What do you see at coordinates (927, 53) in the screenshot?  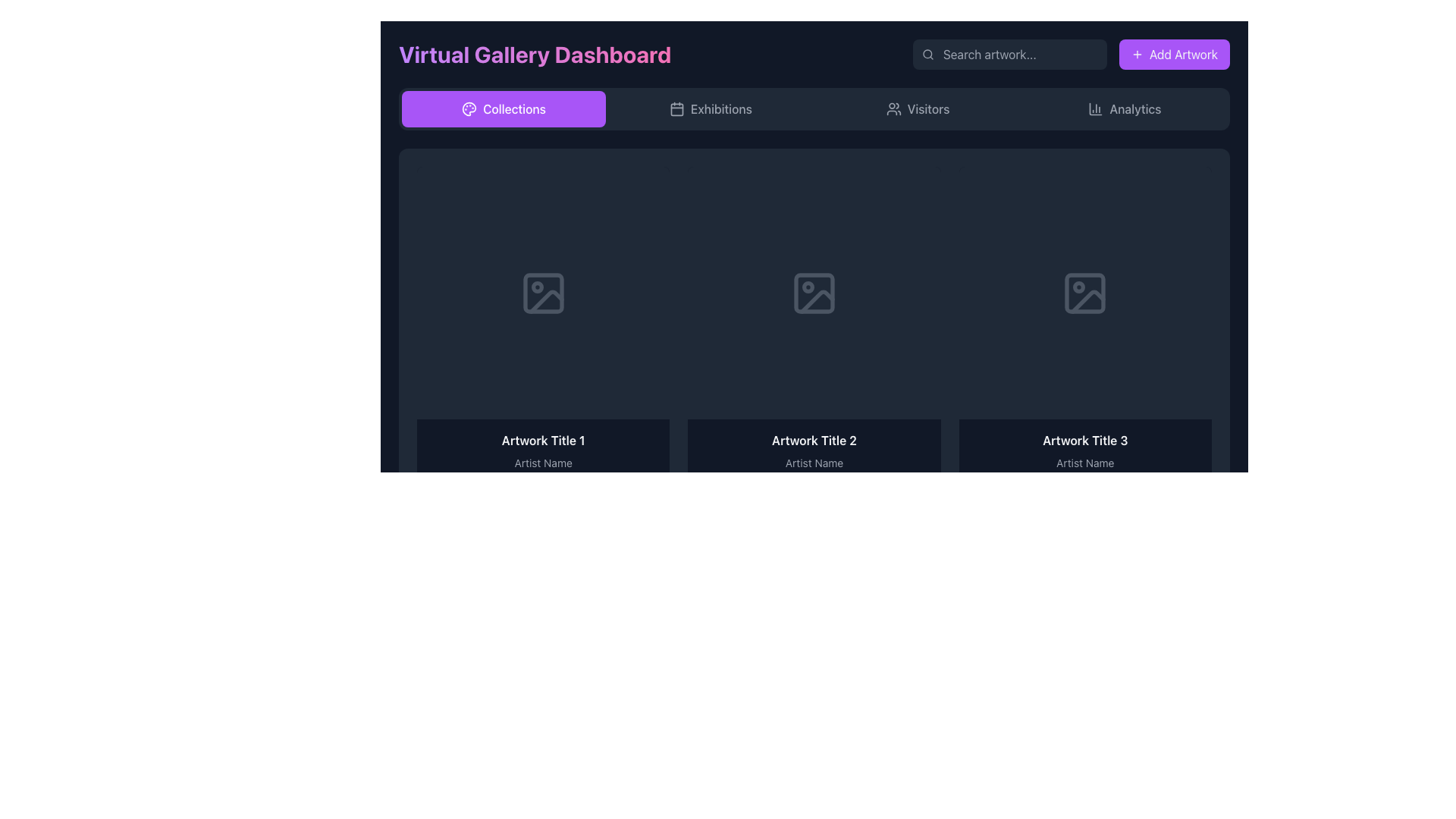 I see `the decorative circular element resembling the lens of a magnifying glass, which is part of the search functionality interface next to the 'Search artwork...' text field` at bounding box center [927, 53].